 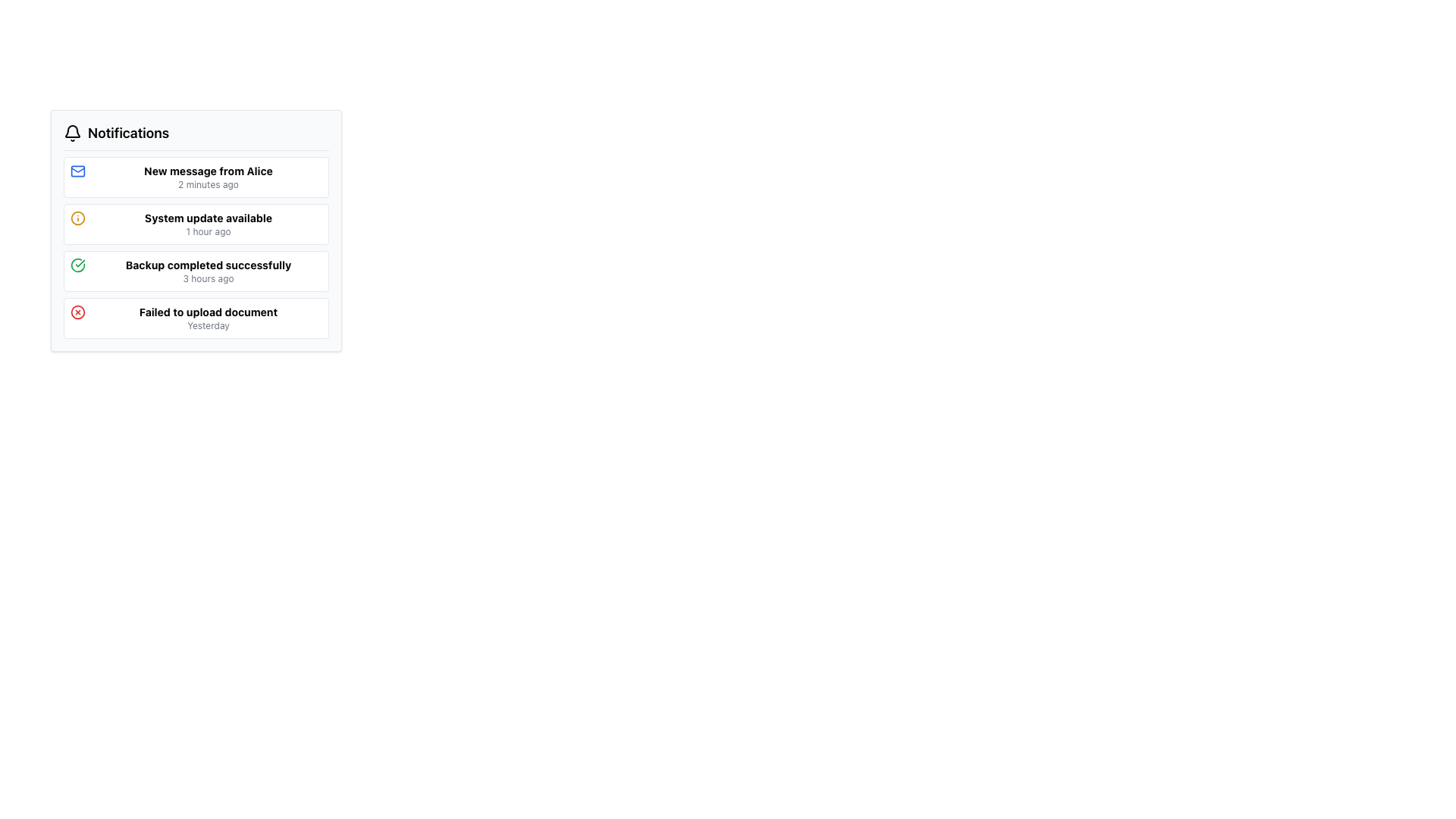 What do you see at coordinates (207, 271) in the screenshot?
I see `text from the Text Block that states 'Backup completed successfully' and '3 hours ago', which is the third element in the vertically stacked list within the notification panel` at bounding box center [207, 271].